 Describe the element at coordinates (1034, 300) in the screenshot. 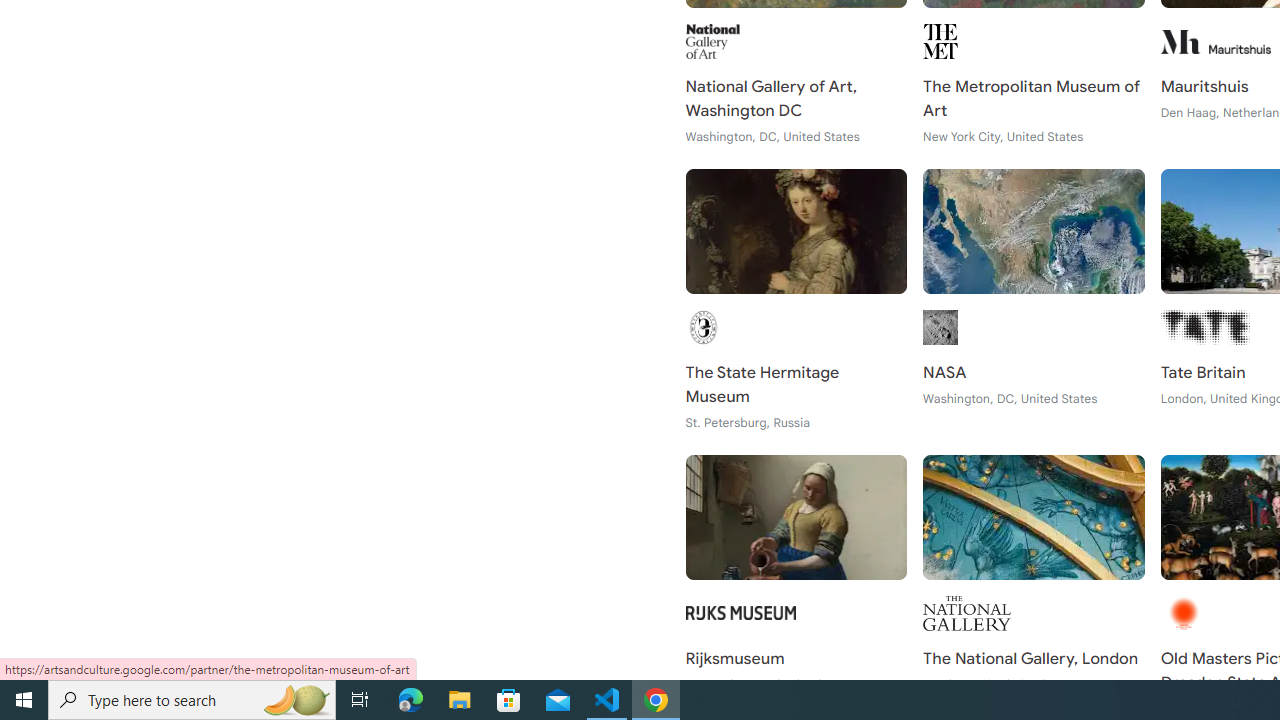

I see `'NASA Washington, DC, United States'` at that location.